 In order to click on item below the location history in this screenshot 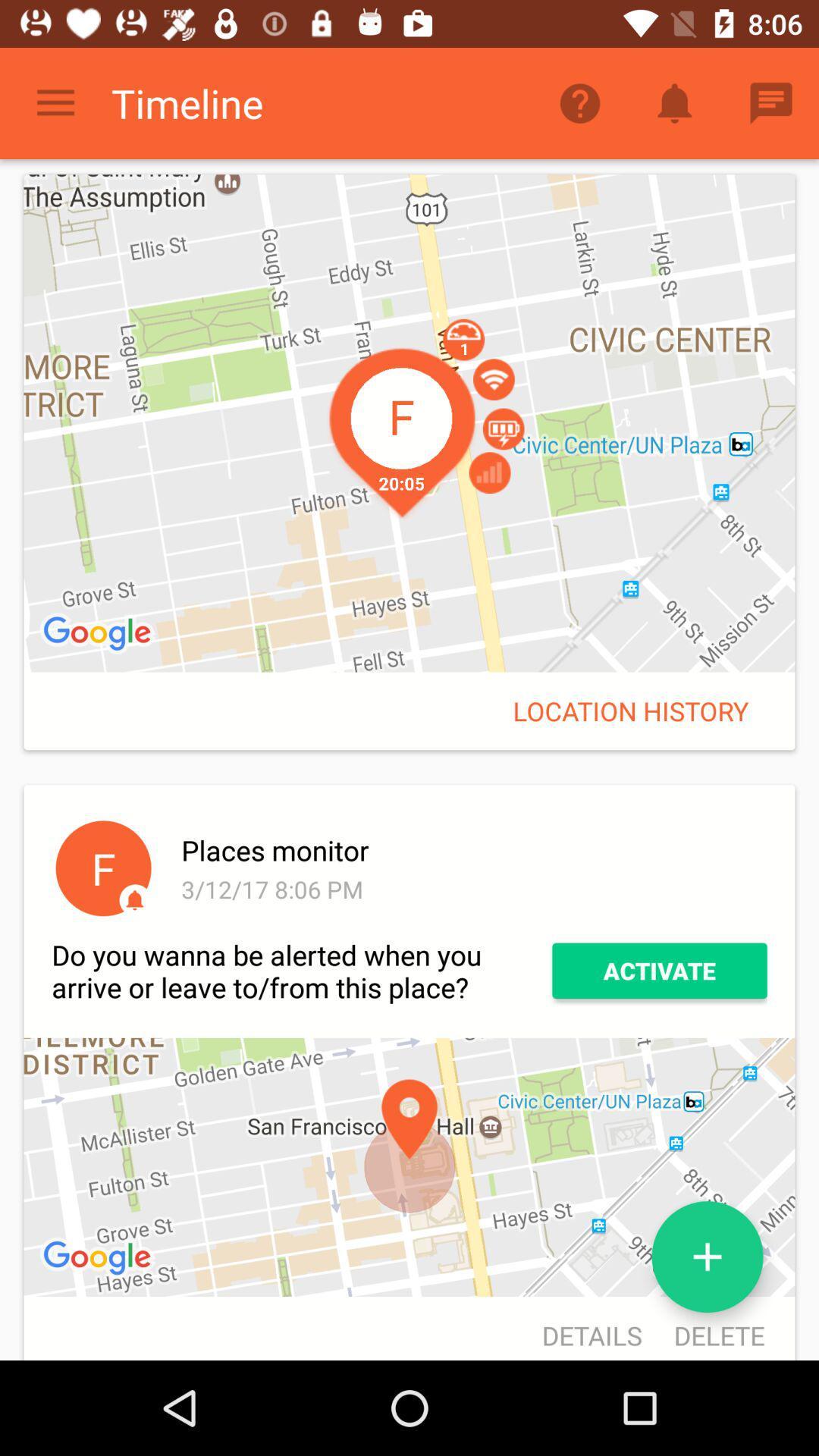, I will do `click(471, 850)`.